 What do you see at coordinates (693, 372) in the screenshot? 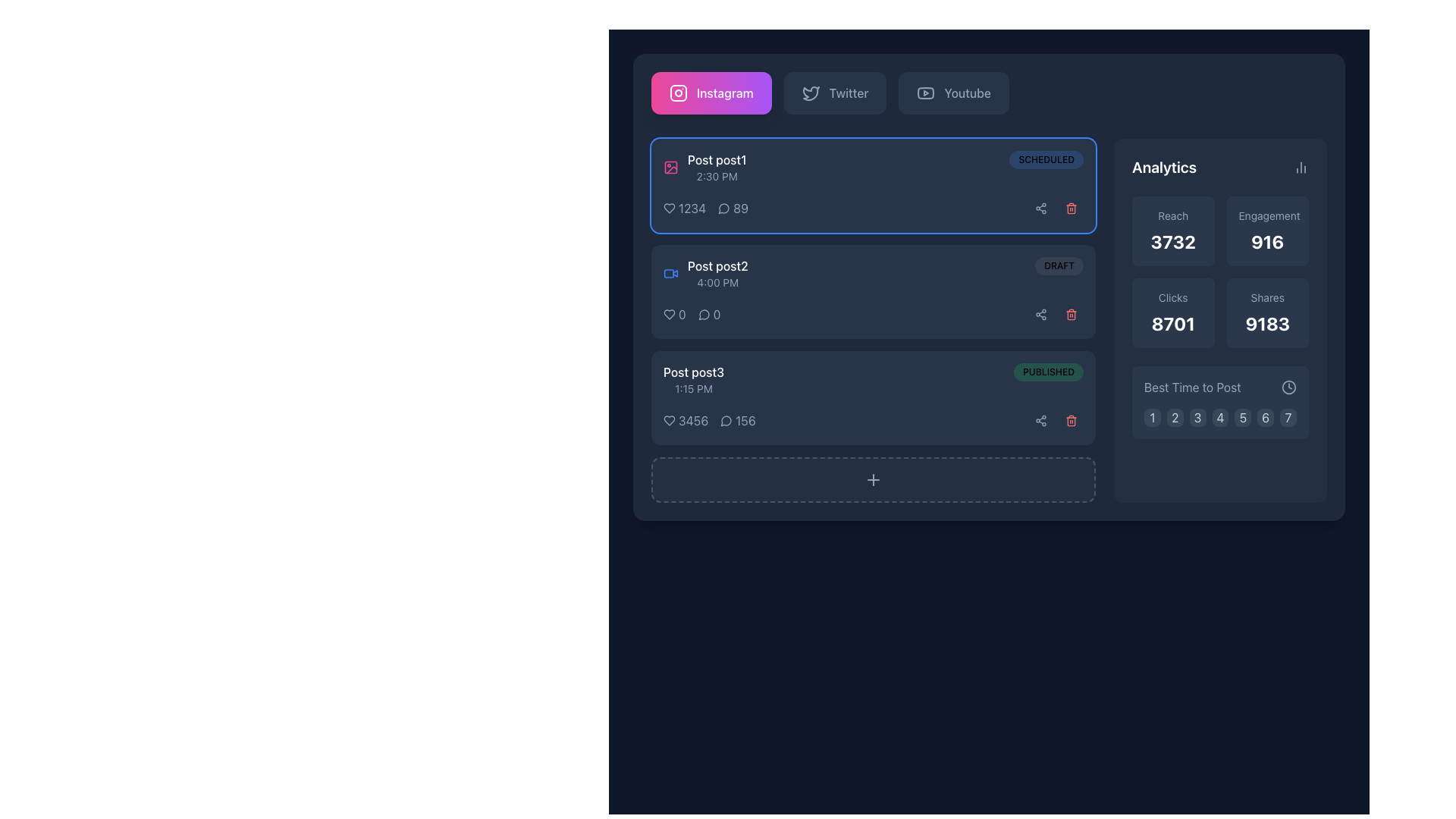
I see `the text label styled as 'Post post3' with white font color located in the lower-left area of the interface under 'Post post2'` at bounding box center [693, 372].